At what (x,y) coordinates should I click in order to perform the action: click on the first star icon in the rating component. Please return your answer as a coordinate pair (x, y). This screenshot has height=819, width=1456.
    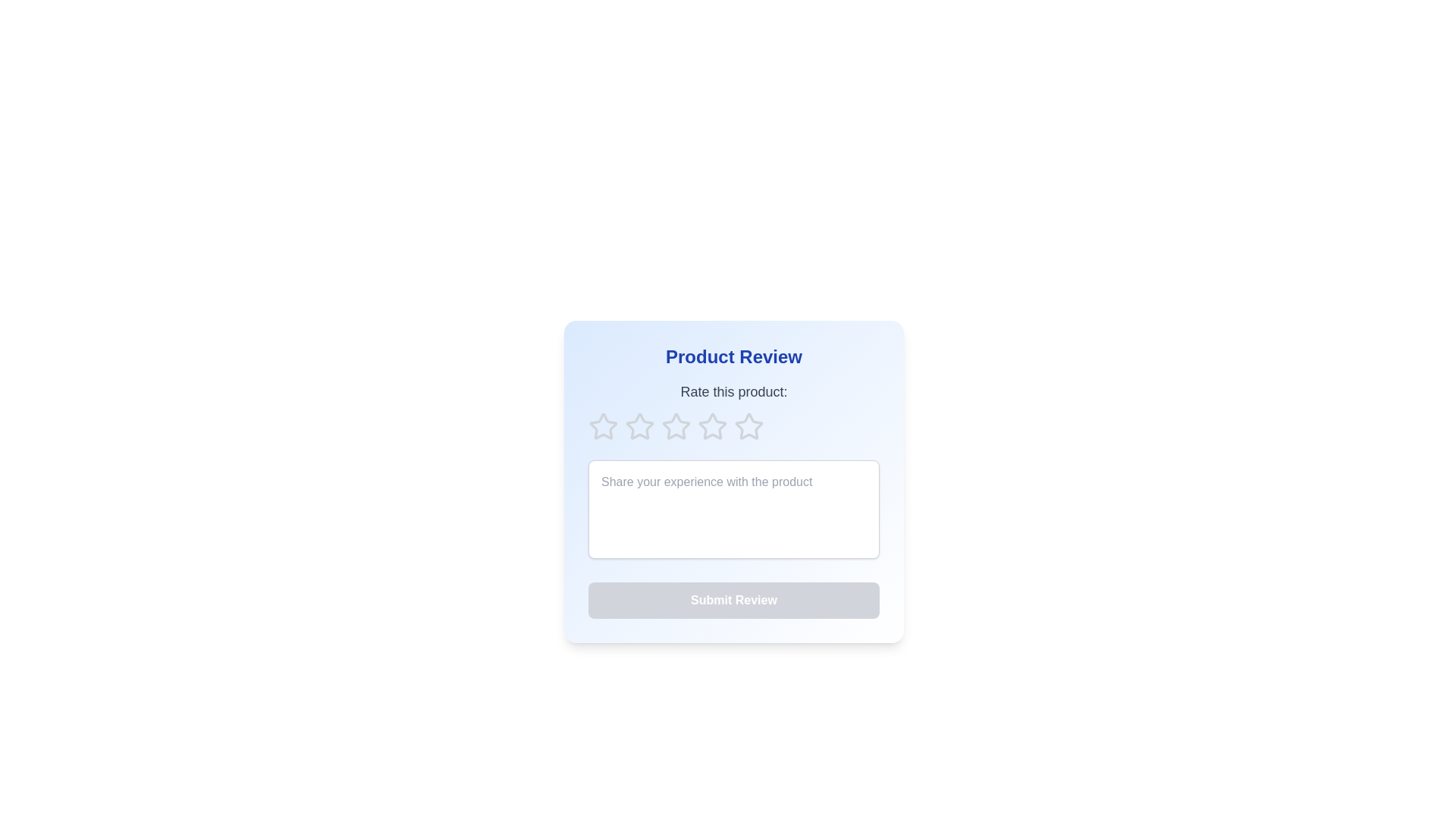
    Looking at the image, I should click on (603, 426).